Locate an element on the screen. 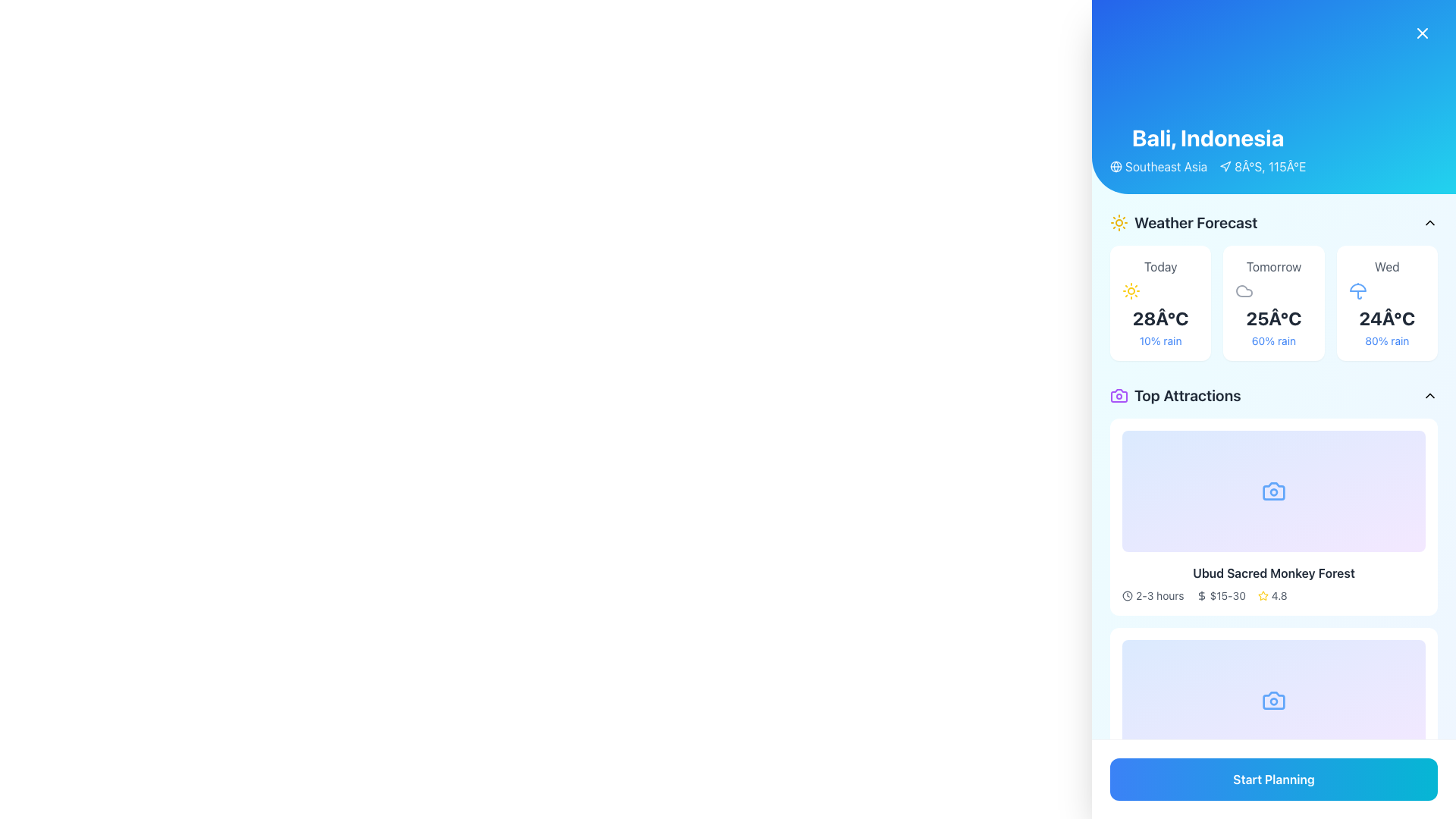  the text label displaying '28Â°C', which is prominently placed in the 'Today' card within the weather forecast section is located at coordinates (1159, 318).